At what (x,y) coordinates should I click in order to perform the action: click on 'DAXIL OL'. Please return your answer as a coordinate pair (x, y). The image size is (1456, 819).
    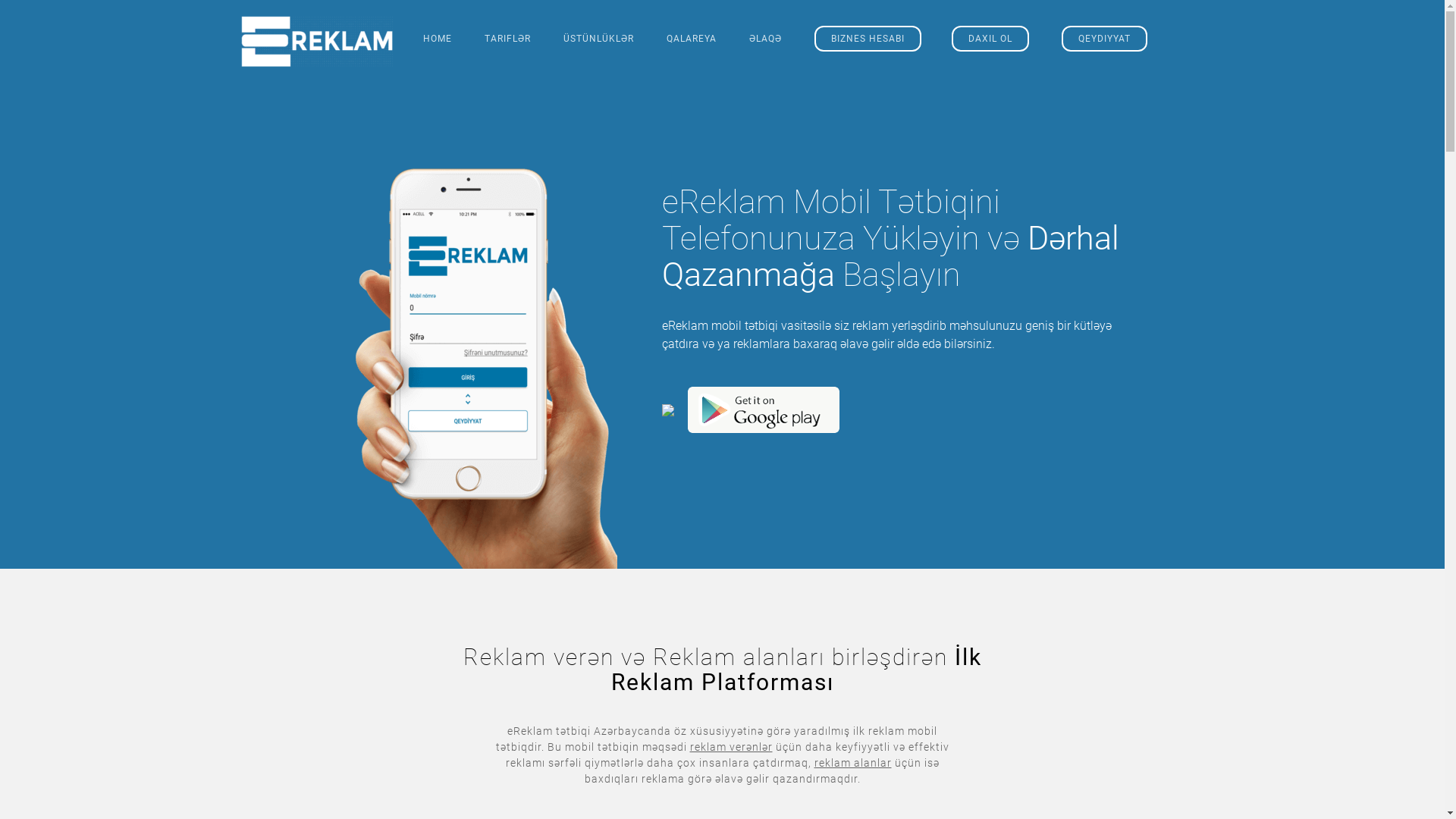
    Looking at the image, I should click on (990, 37).